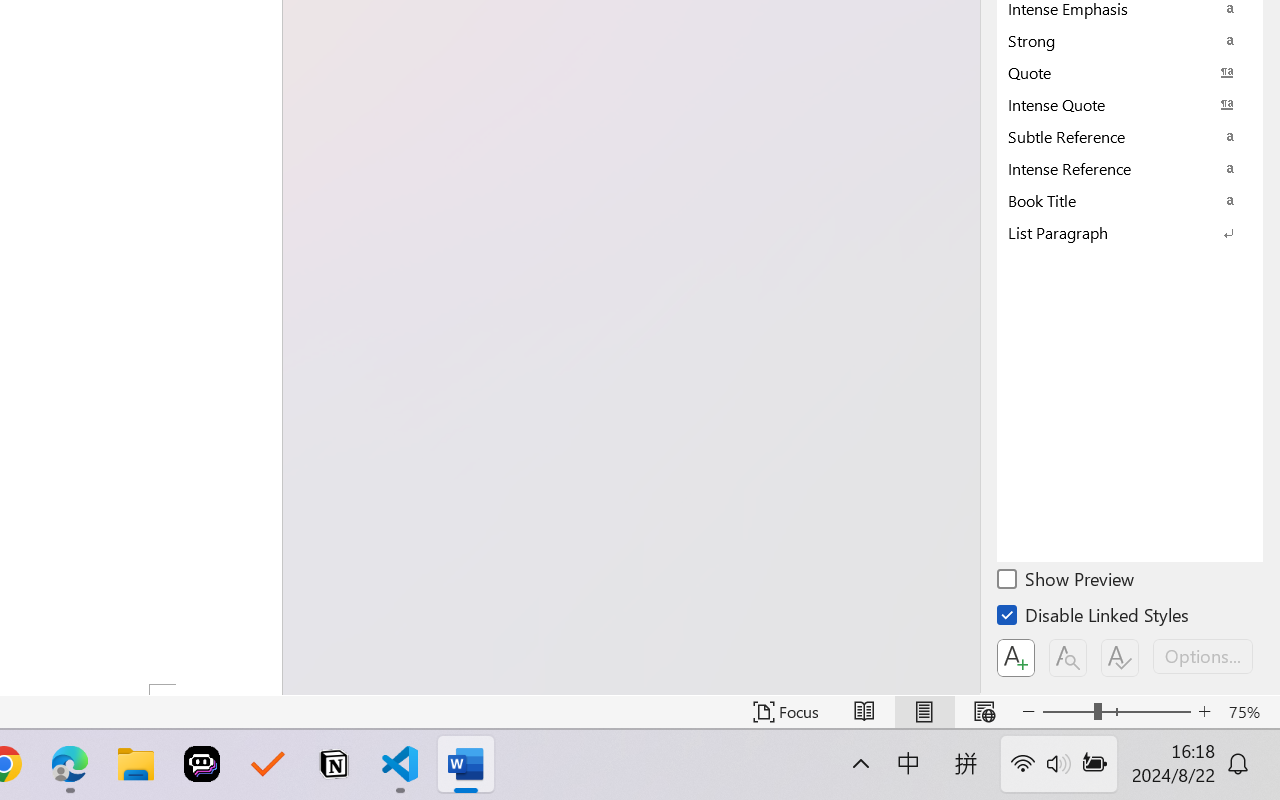  Describe the element at coordinates (1202, 655) in the screenshot. I see `'Options...'` at that location.